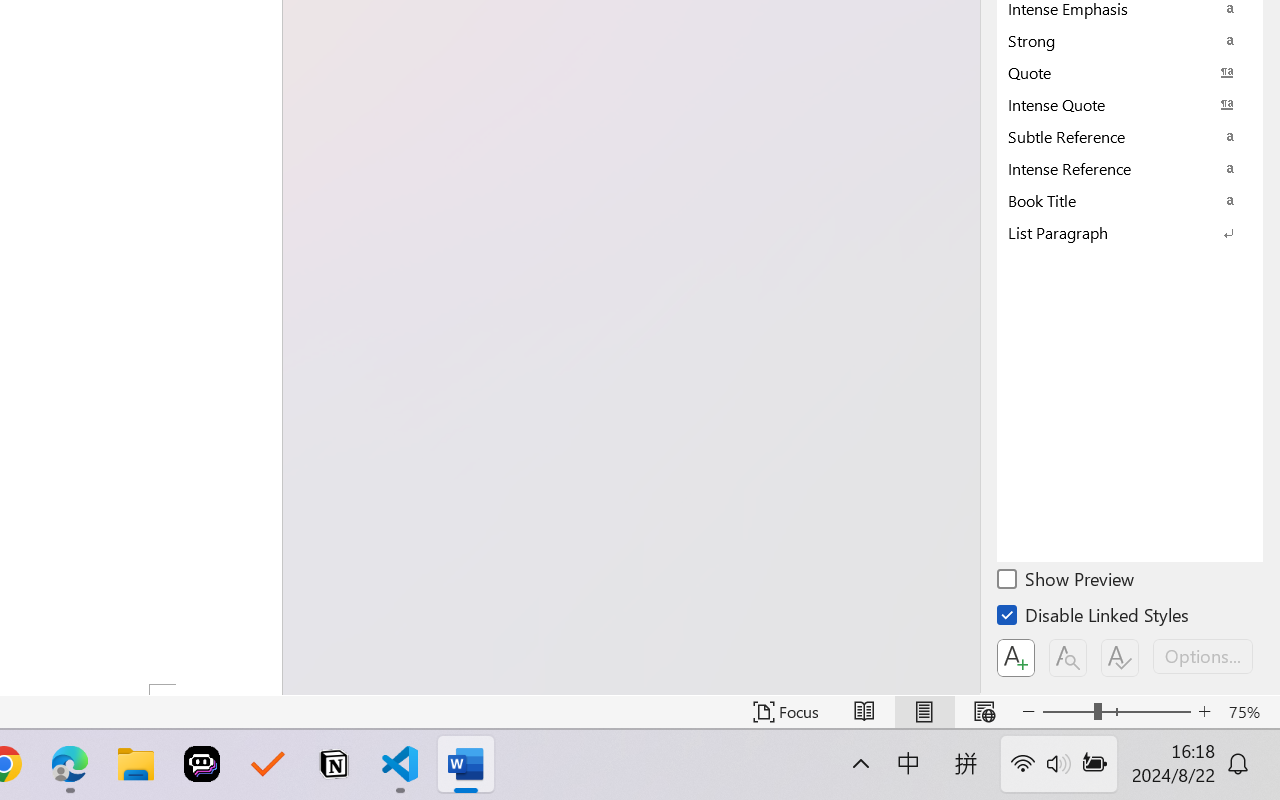  Describe the element at coordinates (1202, 655) in the screenshot. I see `'Options...'` at that location.